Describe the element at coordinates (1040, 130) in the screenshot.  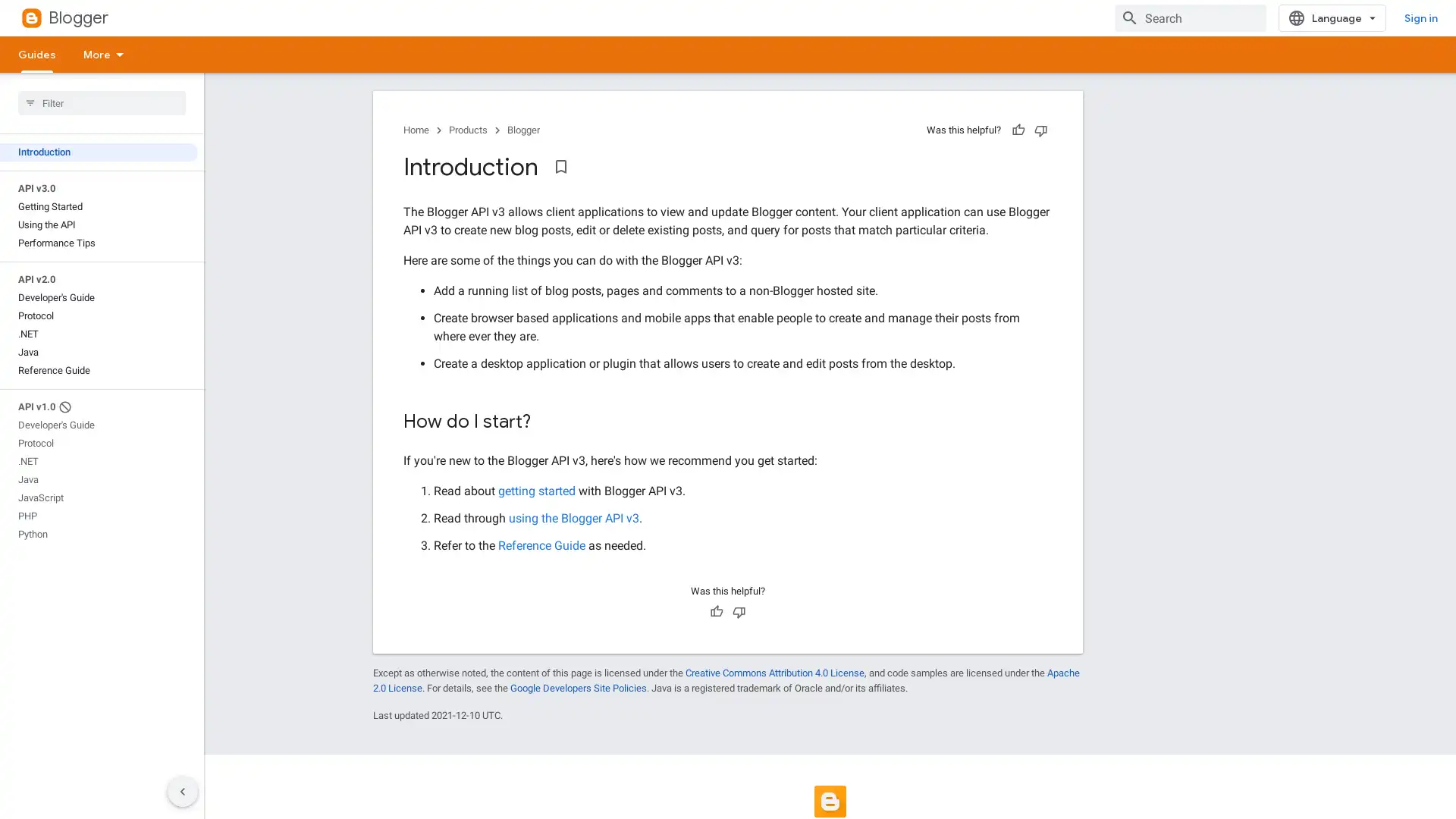
I see `Not helpful` at that location.